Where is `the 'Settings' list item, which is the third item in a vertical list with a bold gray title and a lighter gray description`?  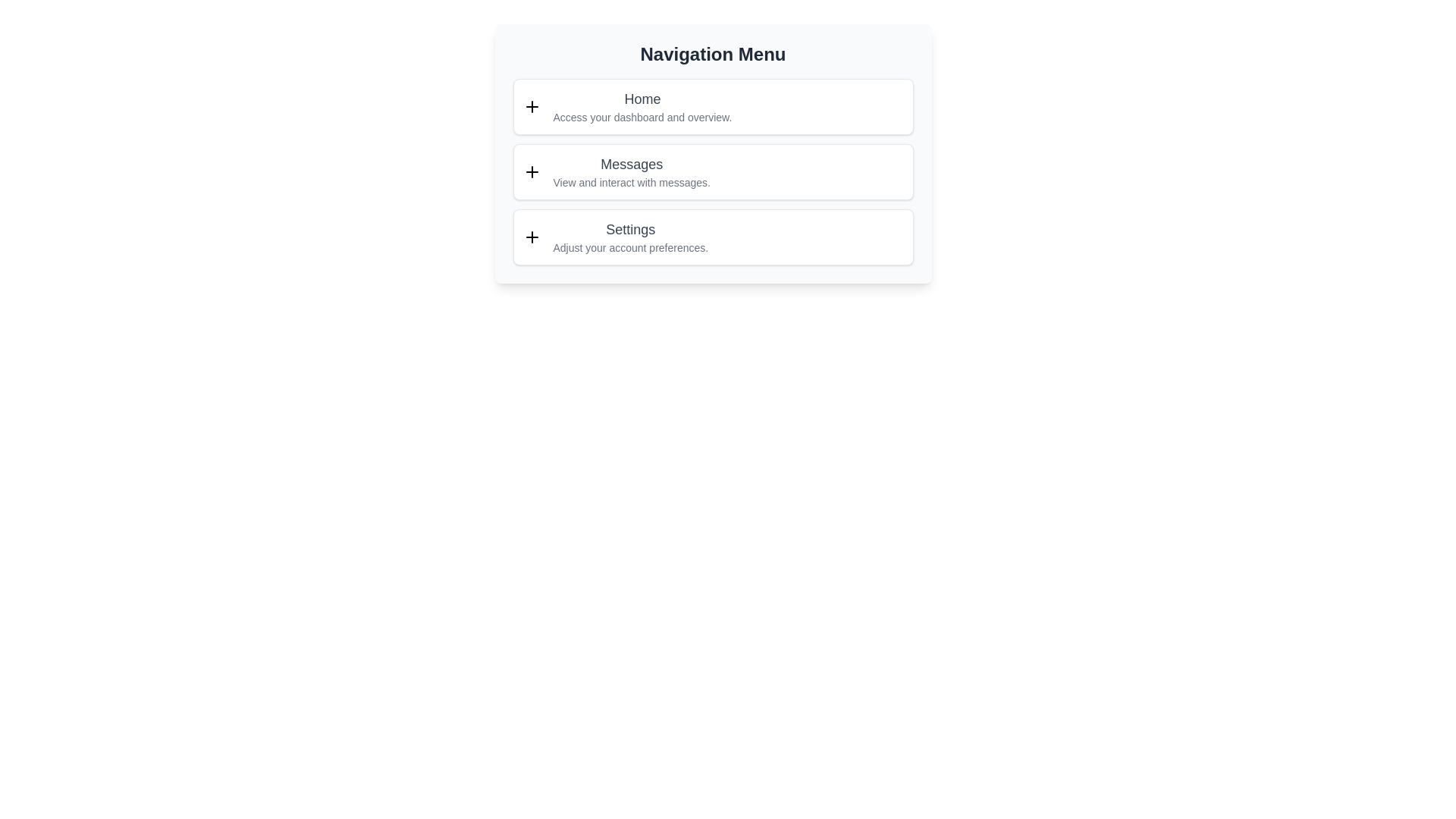 the 'Settings' list item, which is the third item in a vertical list with a bold gray title and a lighter gray description is located at coordinates (630, 237).